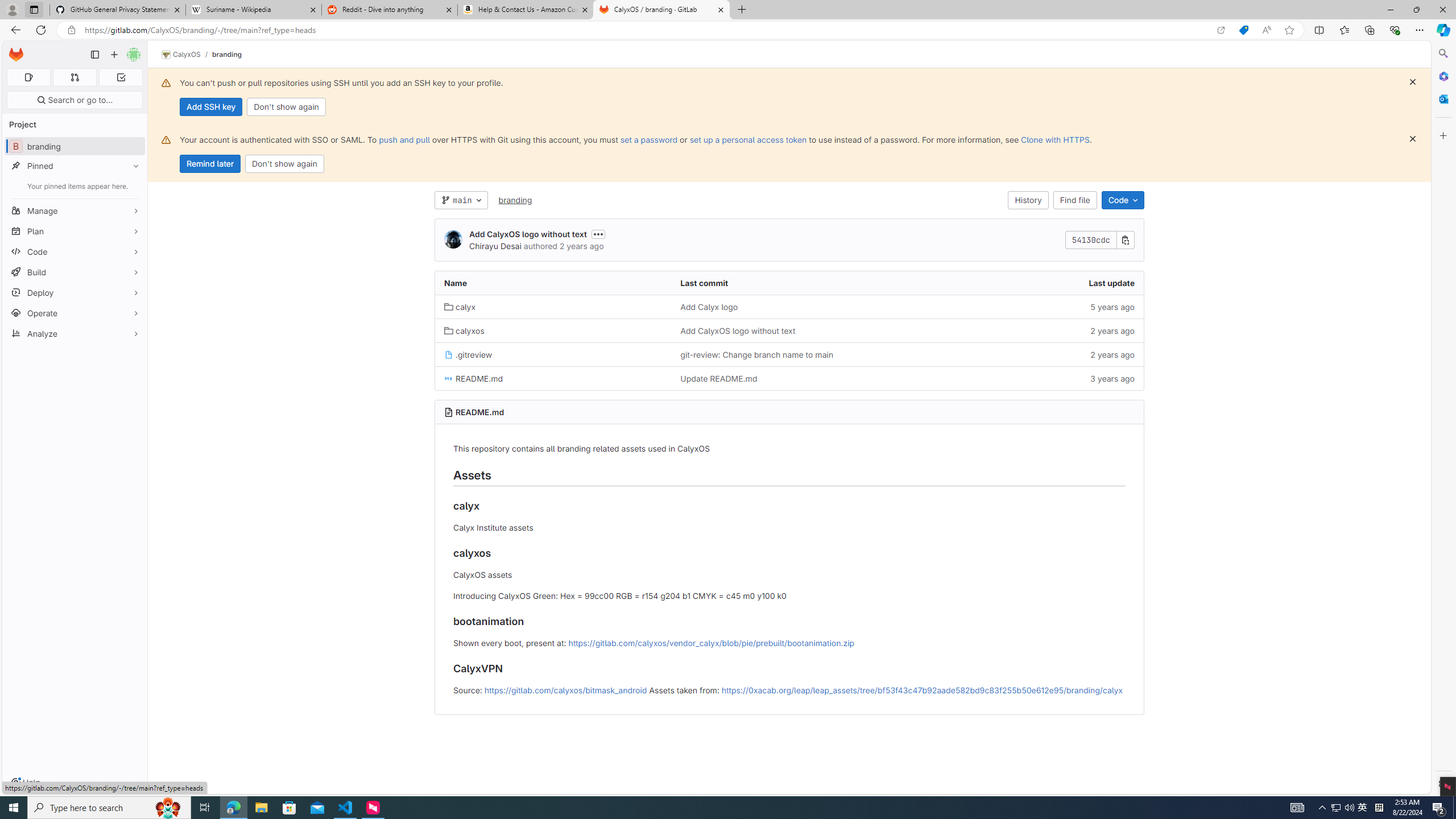 The height and width of the screenshot is (819, 1456). Describe the element at coordinates (74, 333) in the screenshot. I see `'Analyze'` at that location.